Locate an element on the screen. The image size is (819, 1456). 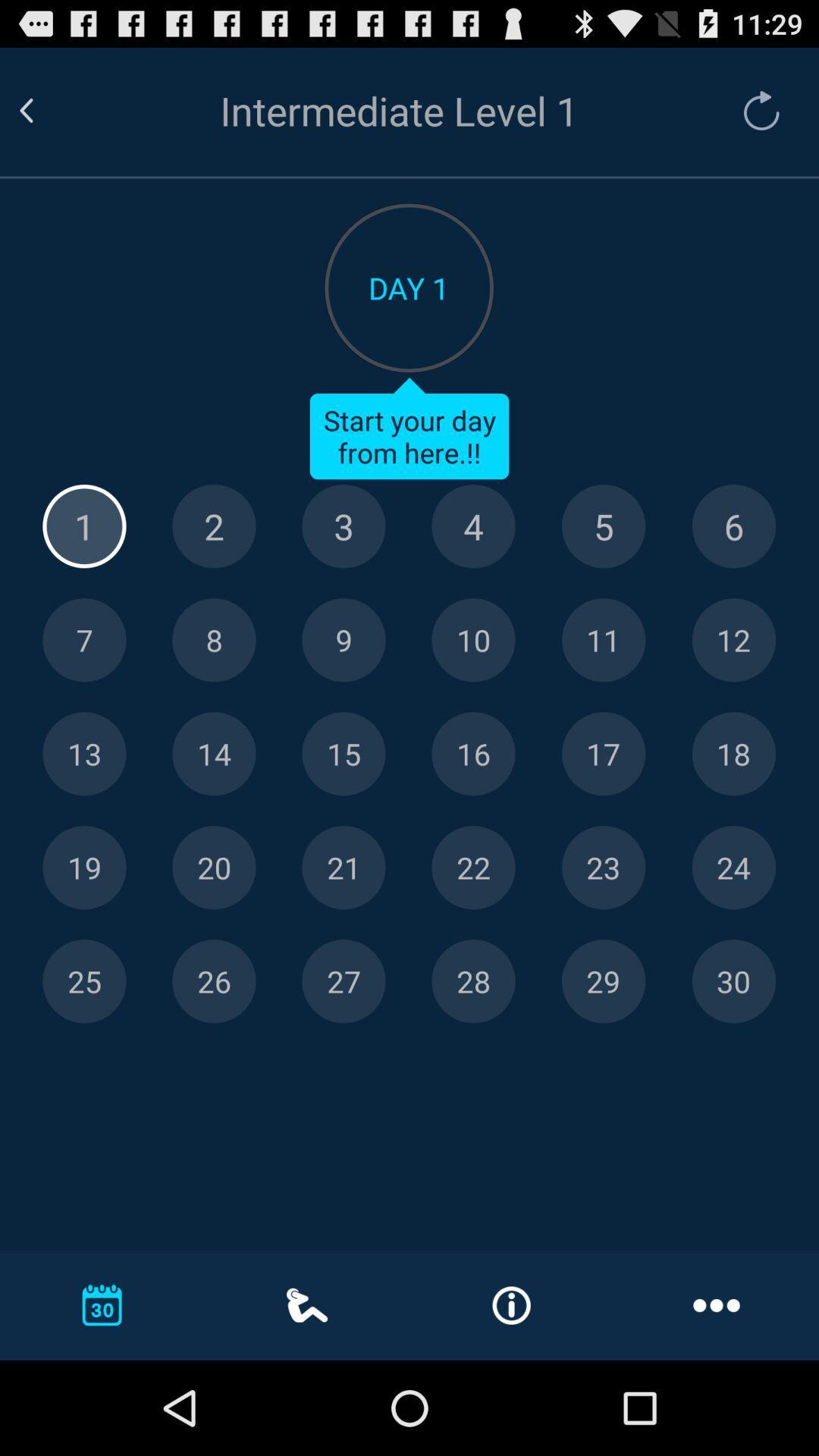
day is located at coordinates (344, 754).